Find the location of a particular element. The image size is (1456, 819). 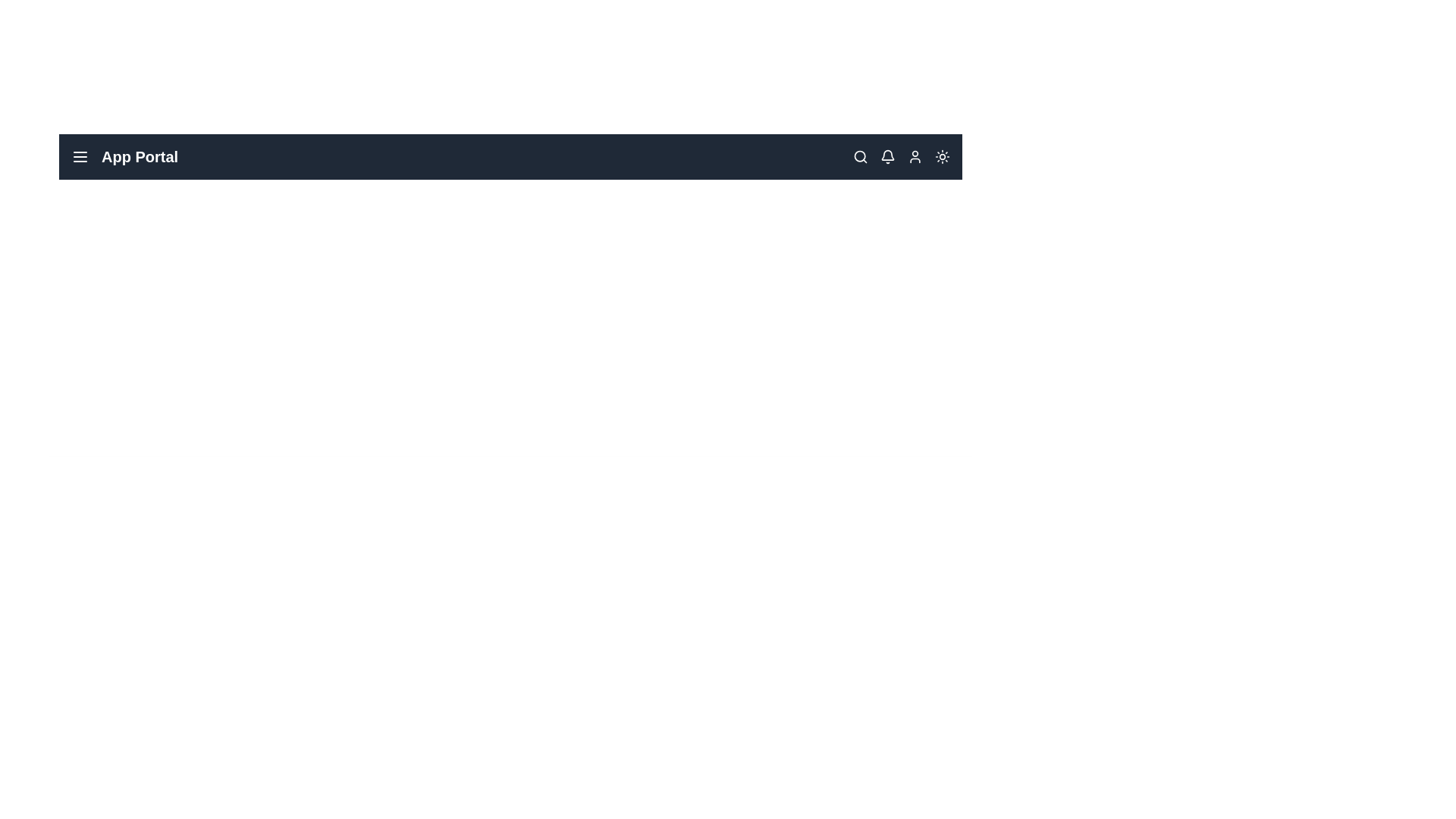

the menu icon to toggle the menu visibility is located at coordinates (79, 157).